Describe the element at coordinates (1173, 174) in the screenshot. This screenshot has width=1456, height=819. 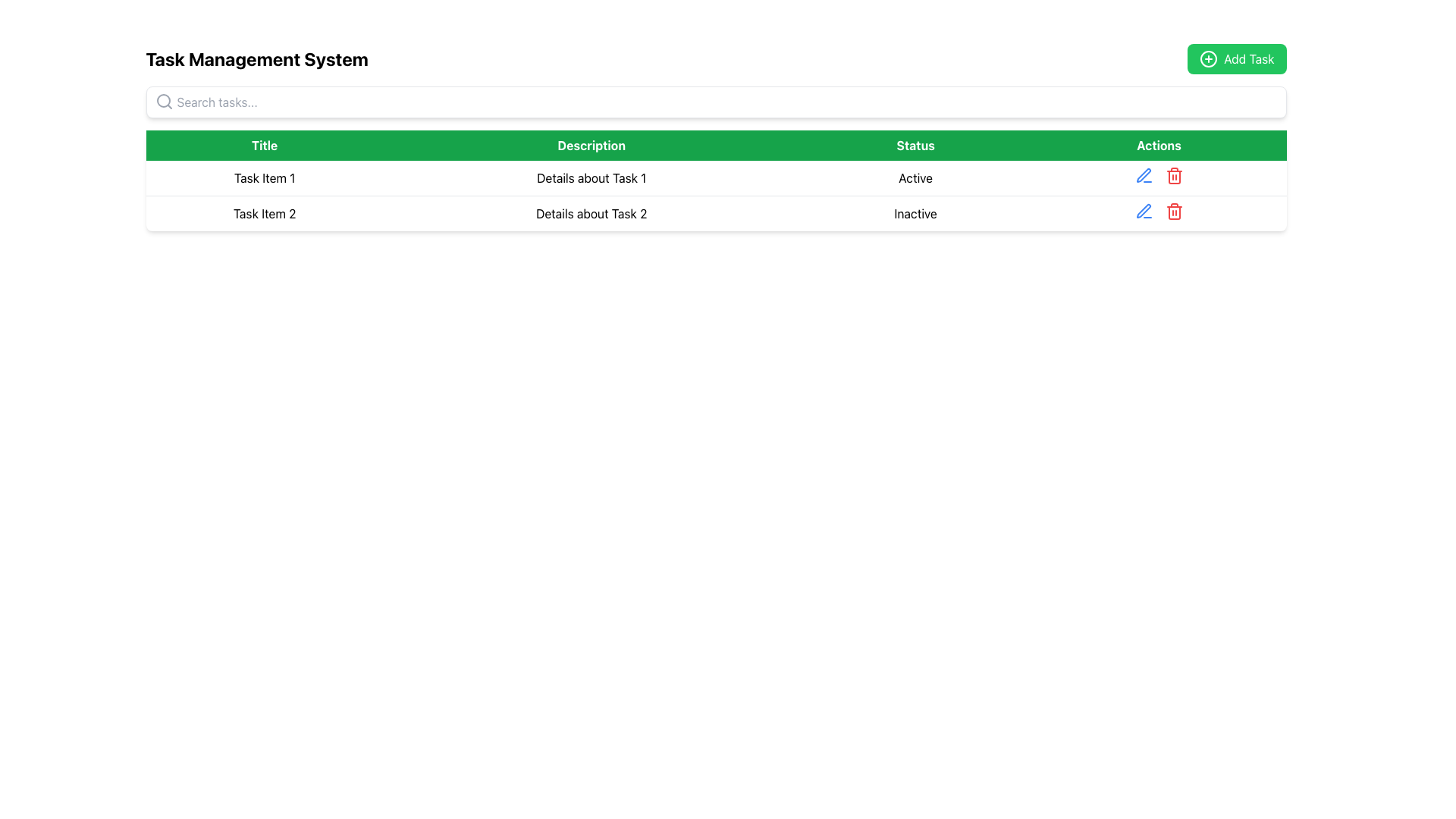
I see `the red-colored trash bin icon button located in the 'Actions' column for 'Task Item 1'` at that location.